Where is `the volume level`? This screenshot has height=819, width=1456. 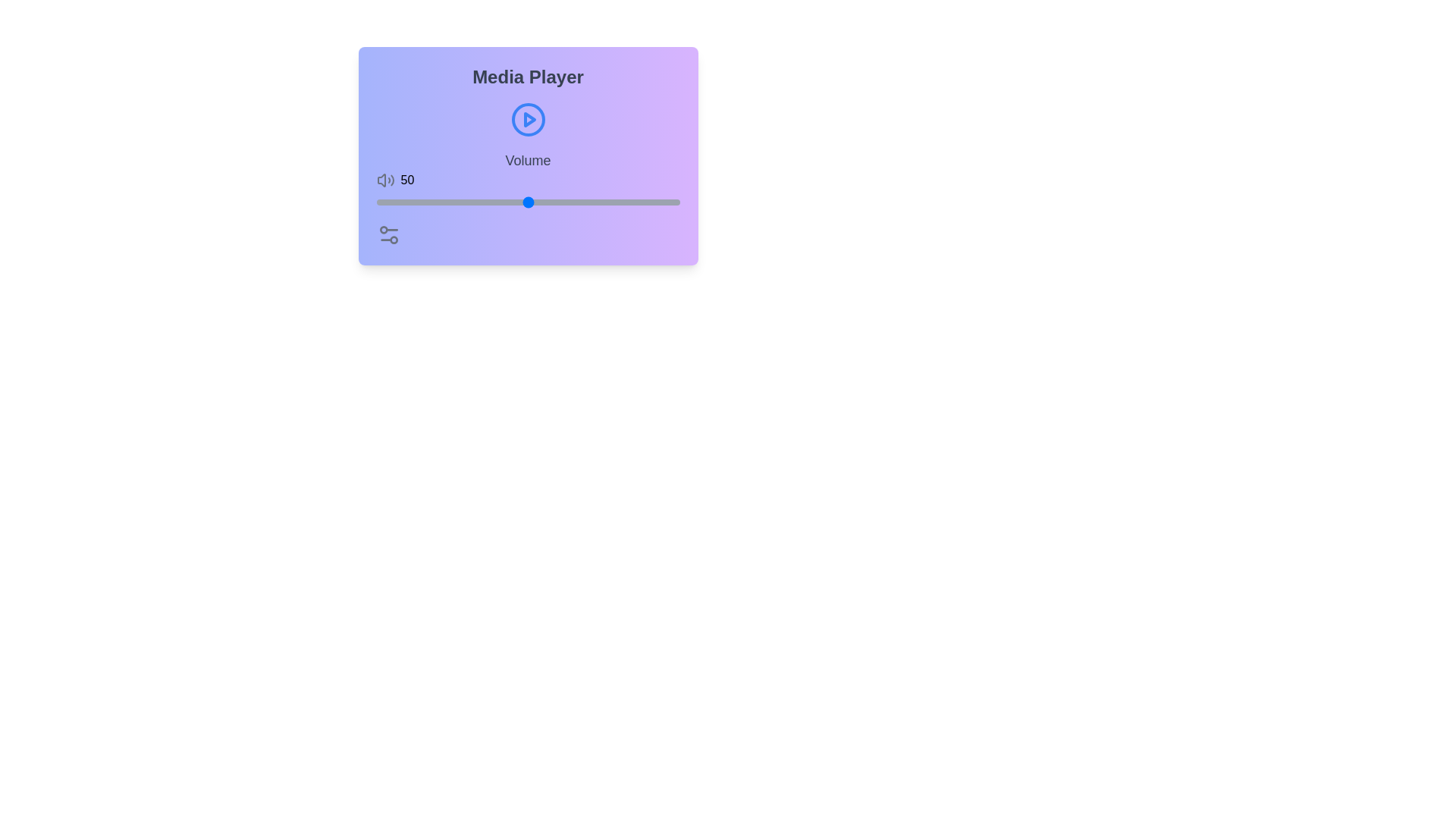 the volume level is located at coordinates (652, 201).